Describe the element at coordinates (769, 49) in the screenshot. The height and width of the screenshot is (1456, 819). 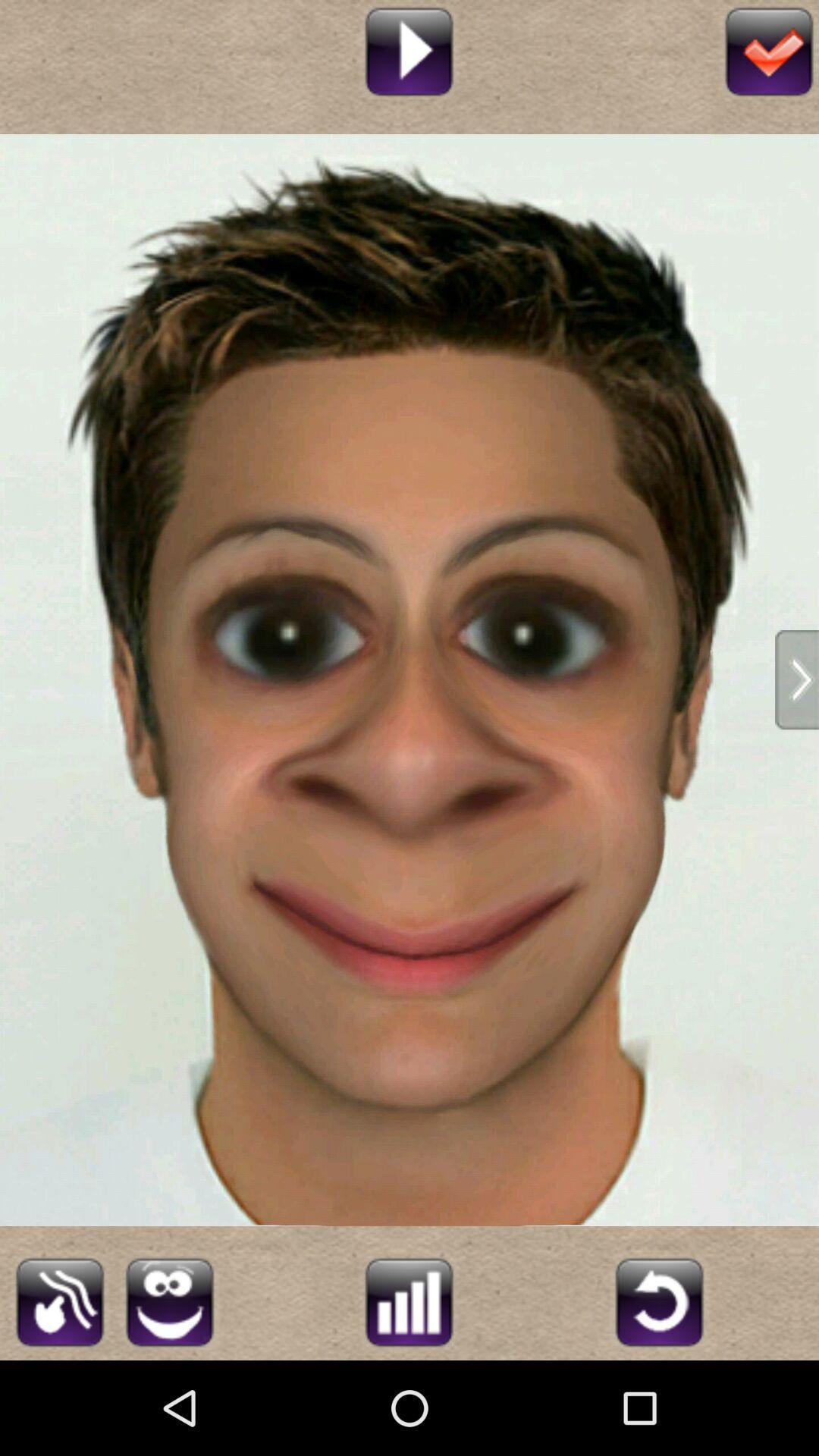
I see `done editing` at that location.